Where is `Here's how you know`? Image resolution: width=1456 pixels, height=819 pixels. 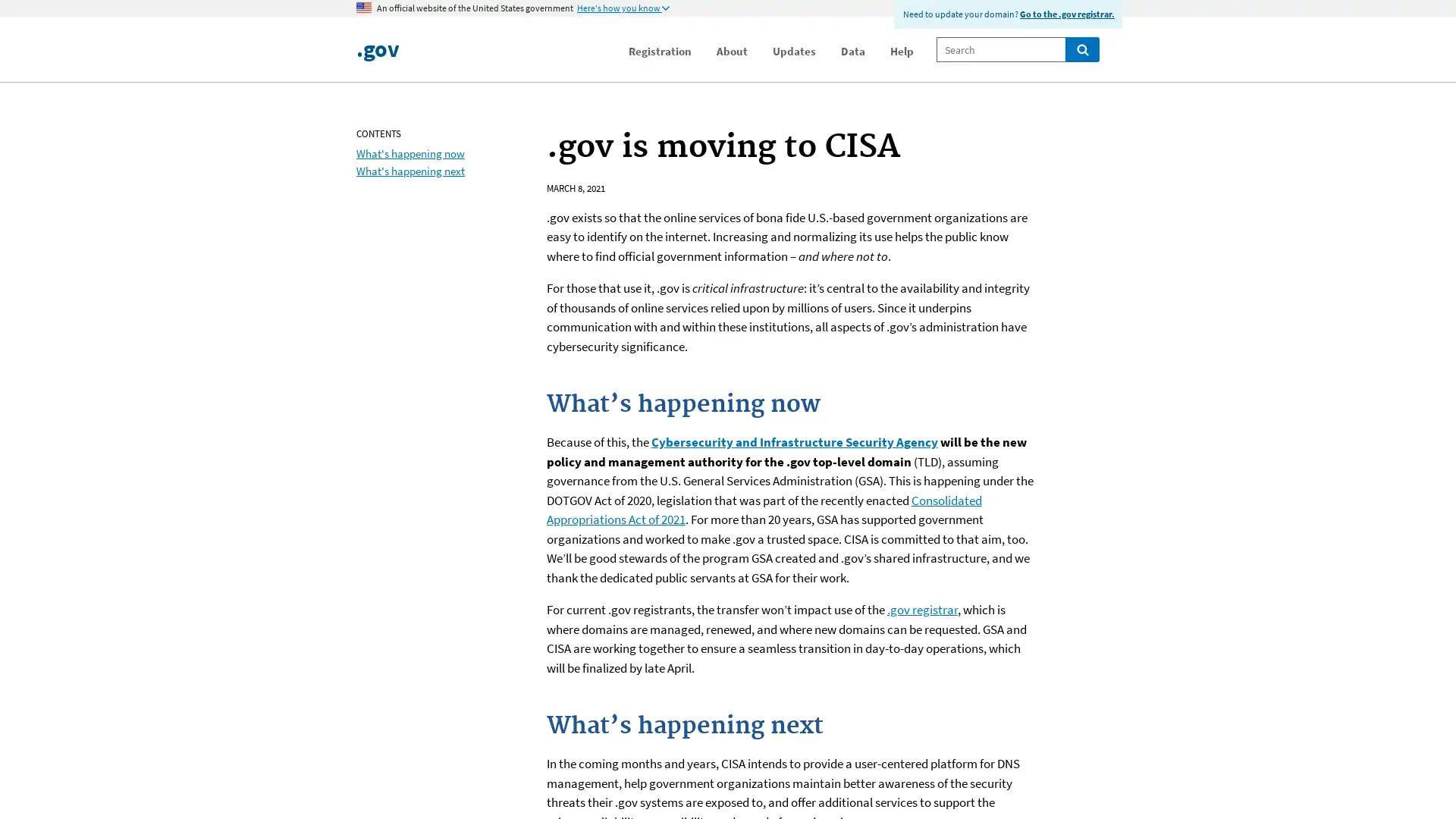 Here's how you know is located at coordinates (623, 8).